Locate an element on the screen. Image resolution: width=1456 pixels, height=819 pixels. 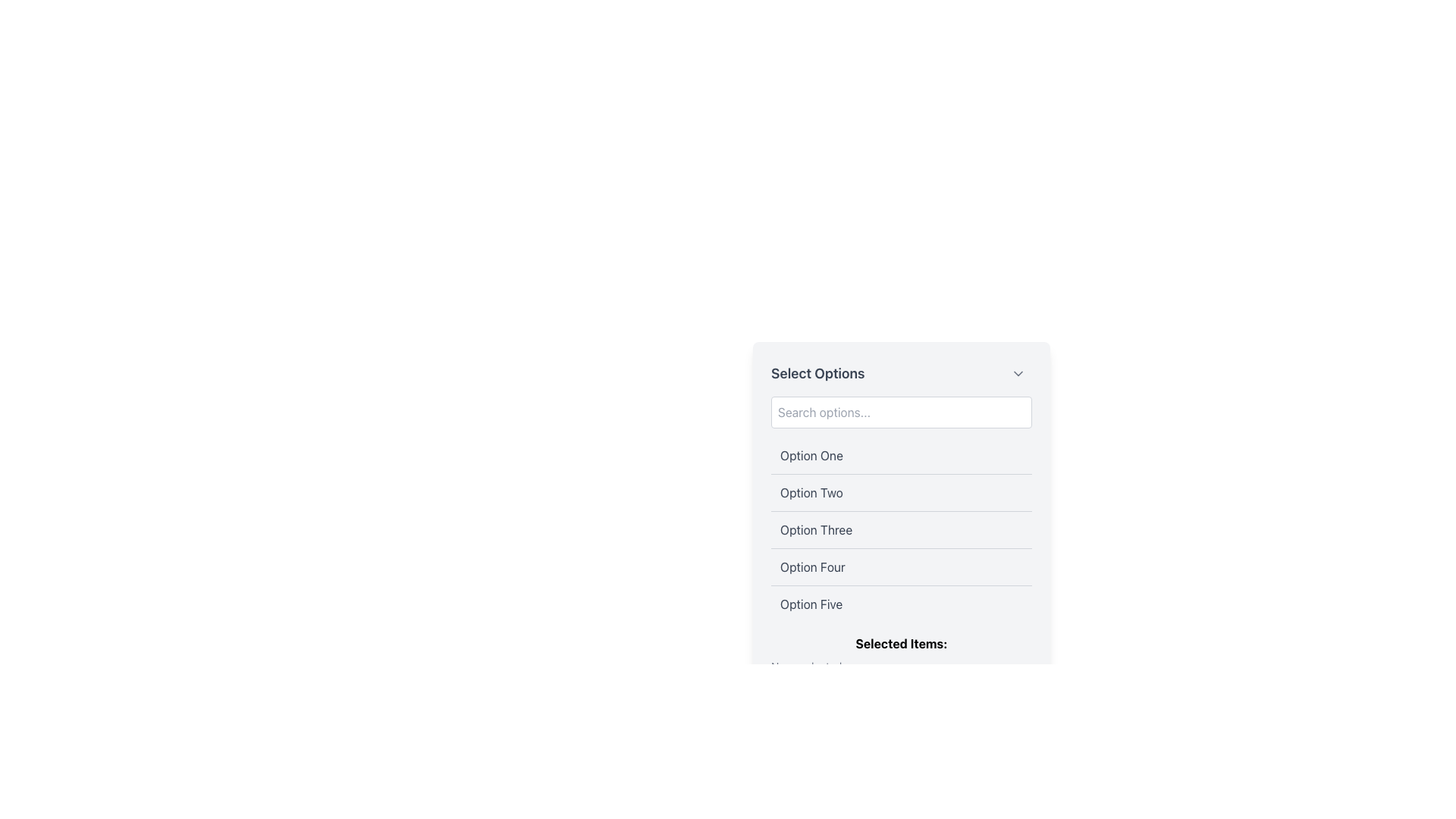
the first selectable label in the dropdown list under the title 'Select Options' is located at coordinates (811, 455).